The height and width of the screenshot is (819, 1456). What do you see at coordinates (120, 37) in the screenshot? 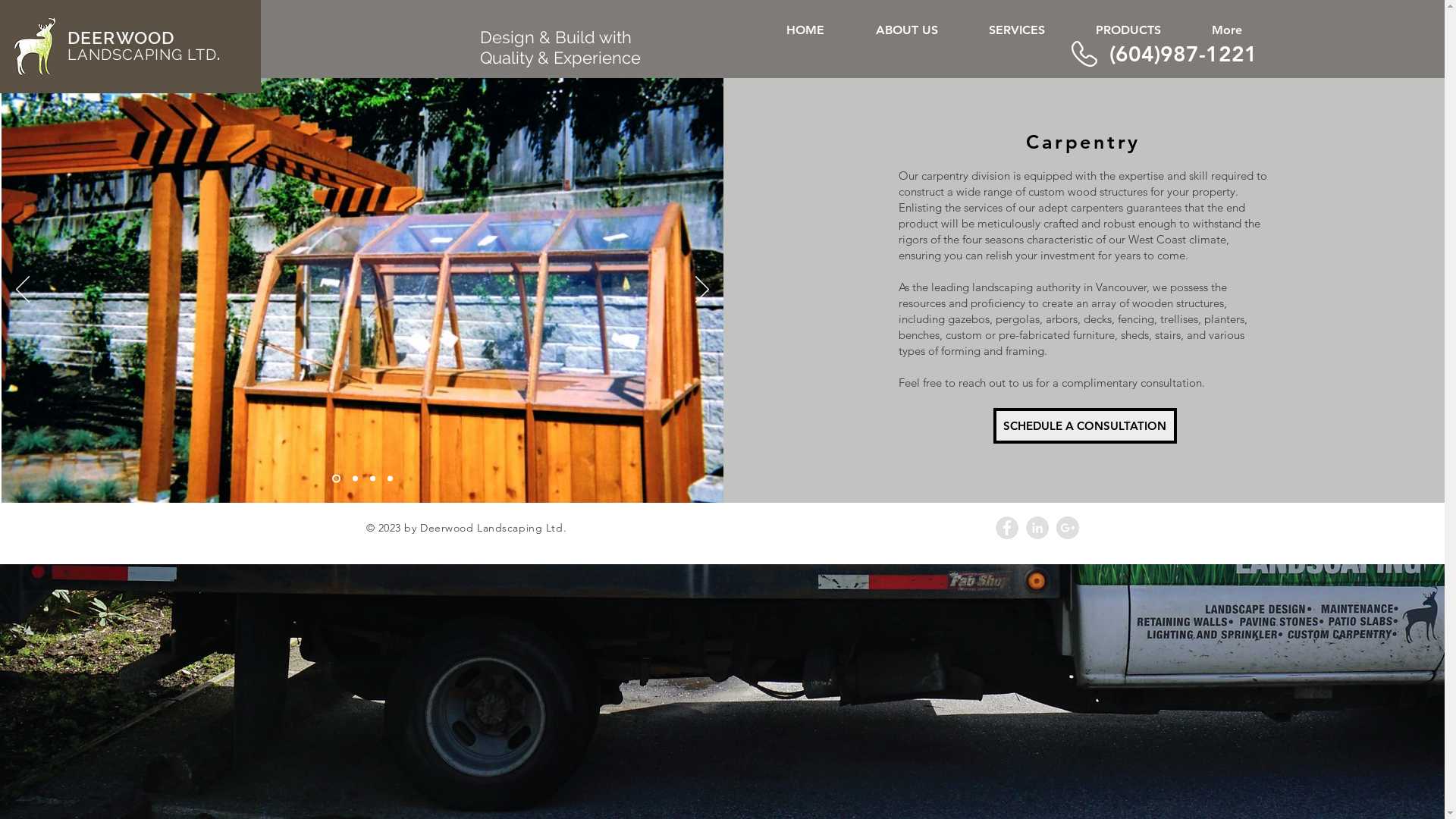
I see `'DEERWOOD'` at bounding box center [120, 37].